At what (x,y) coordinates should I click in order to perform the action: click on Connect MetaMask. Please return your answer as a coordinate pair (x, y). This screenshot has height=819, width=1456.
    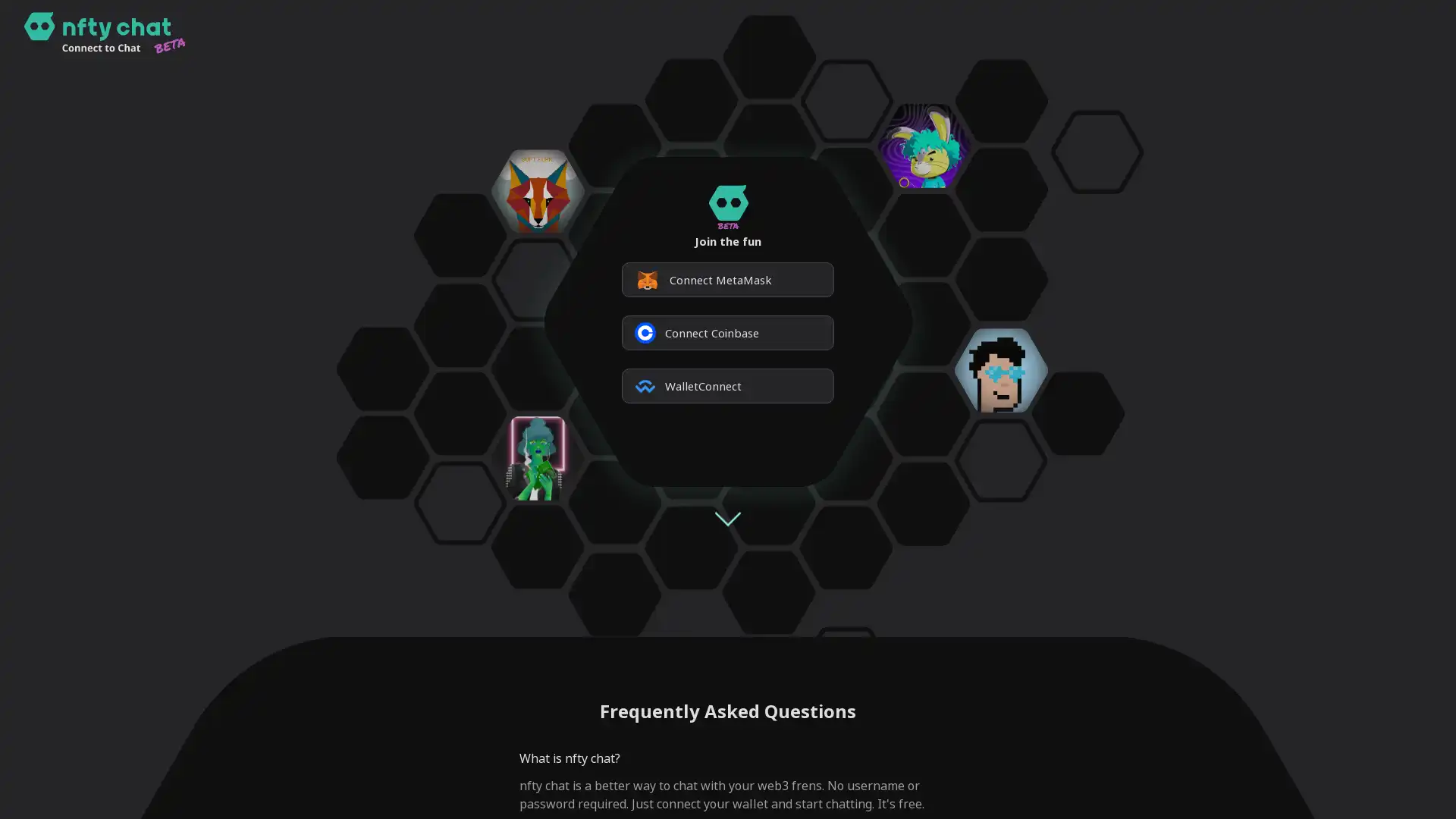
    Looking at the image, I should click on (728, 280).